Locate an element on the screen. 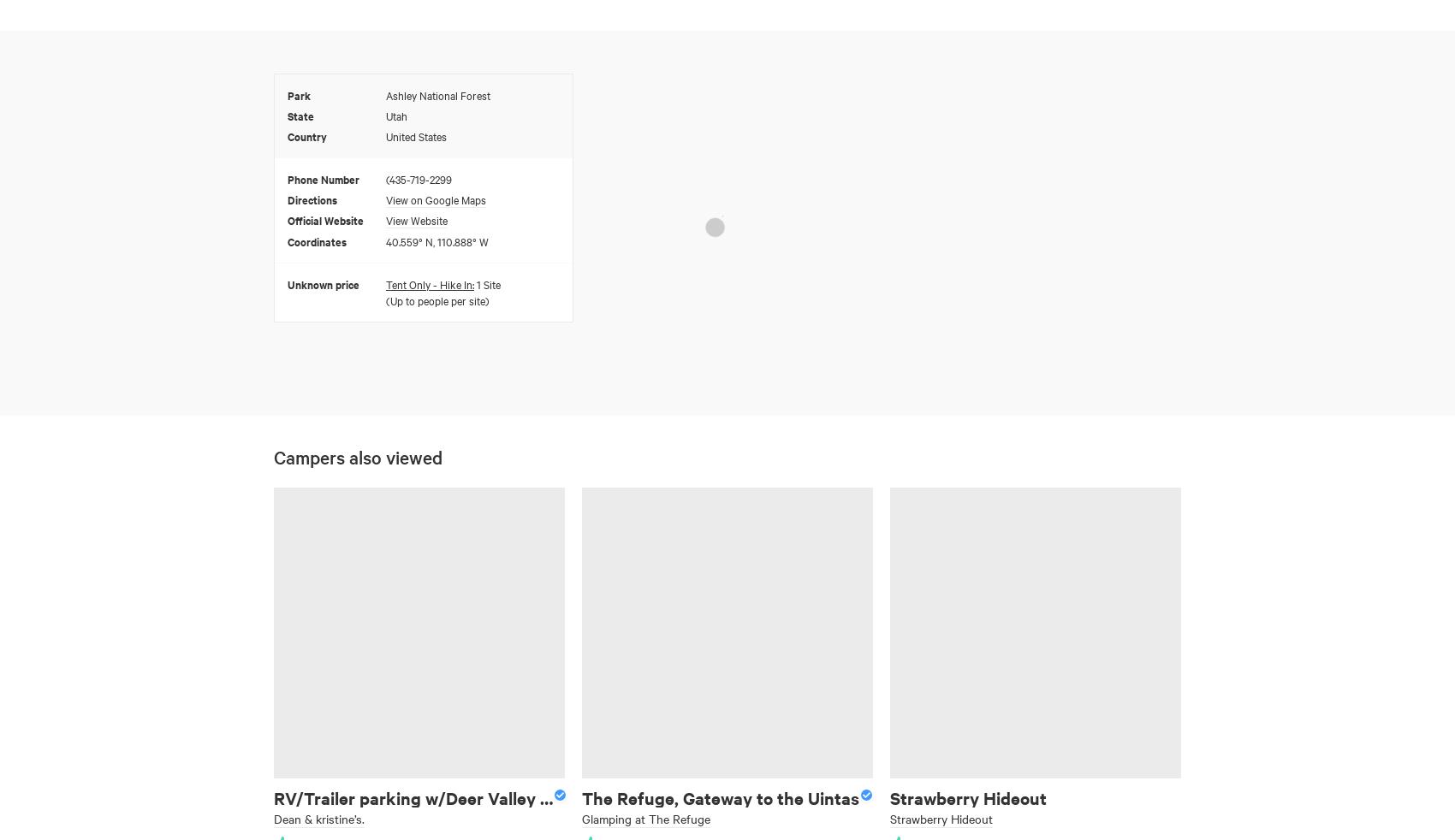  'Park' is located at coordinates (298, 93).